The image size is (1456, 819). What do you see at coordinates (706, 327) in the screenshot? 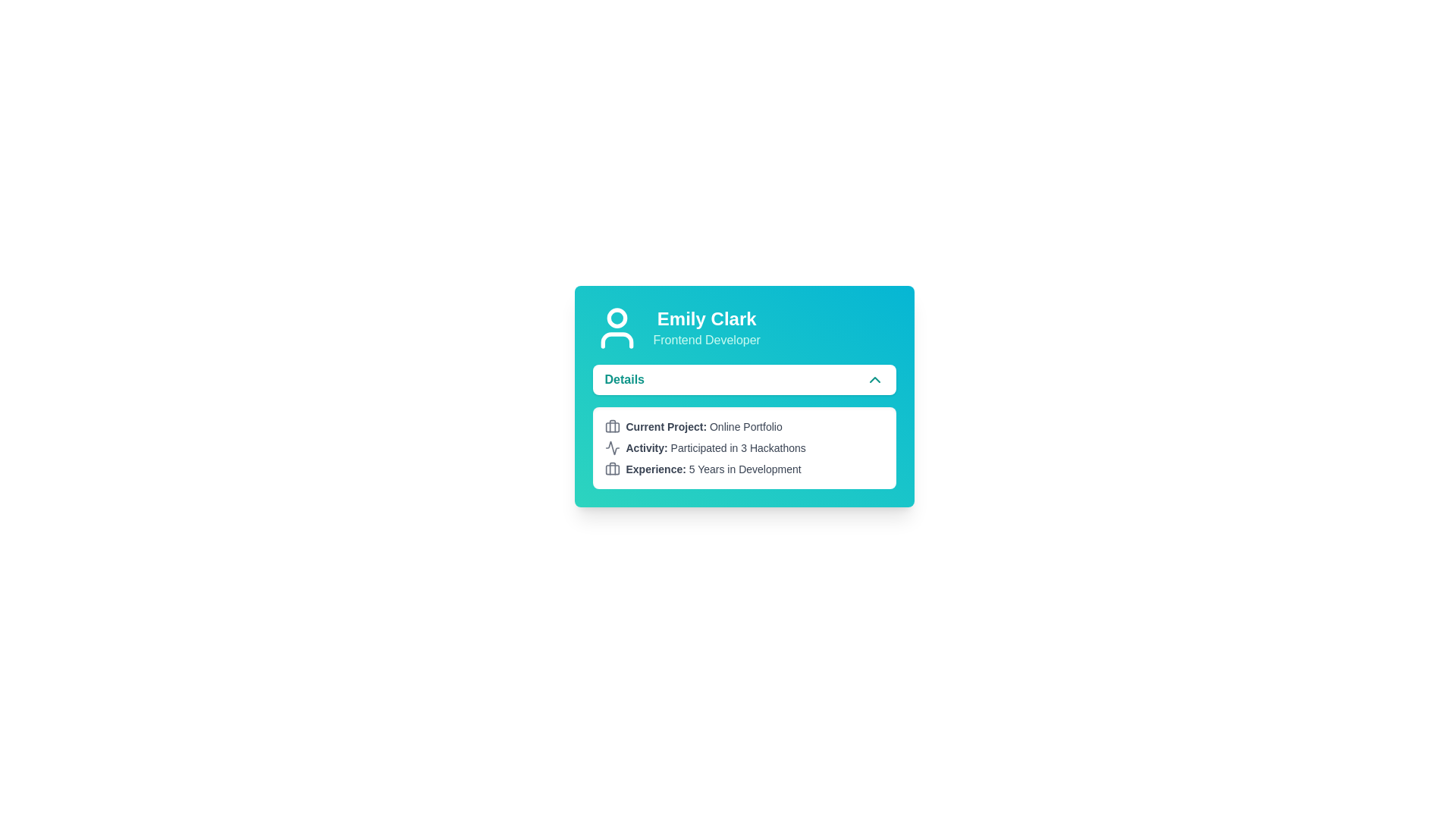
I see `displayed information from the Text Information Display that shows the name 'Emily Clark' and the title 'Frontend Developer' against a teal gradient background, located on the right side of the user icon` at bounding box center [706, 327].